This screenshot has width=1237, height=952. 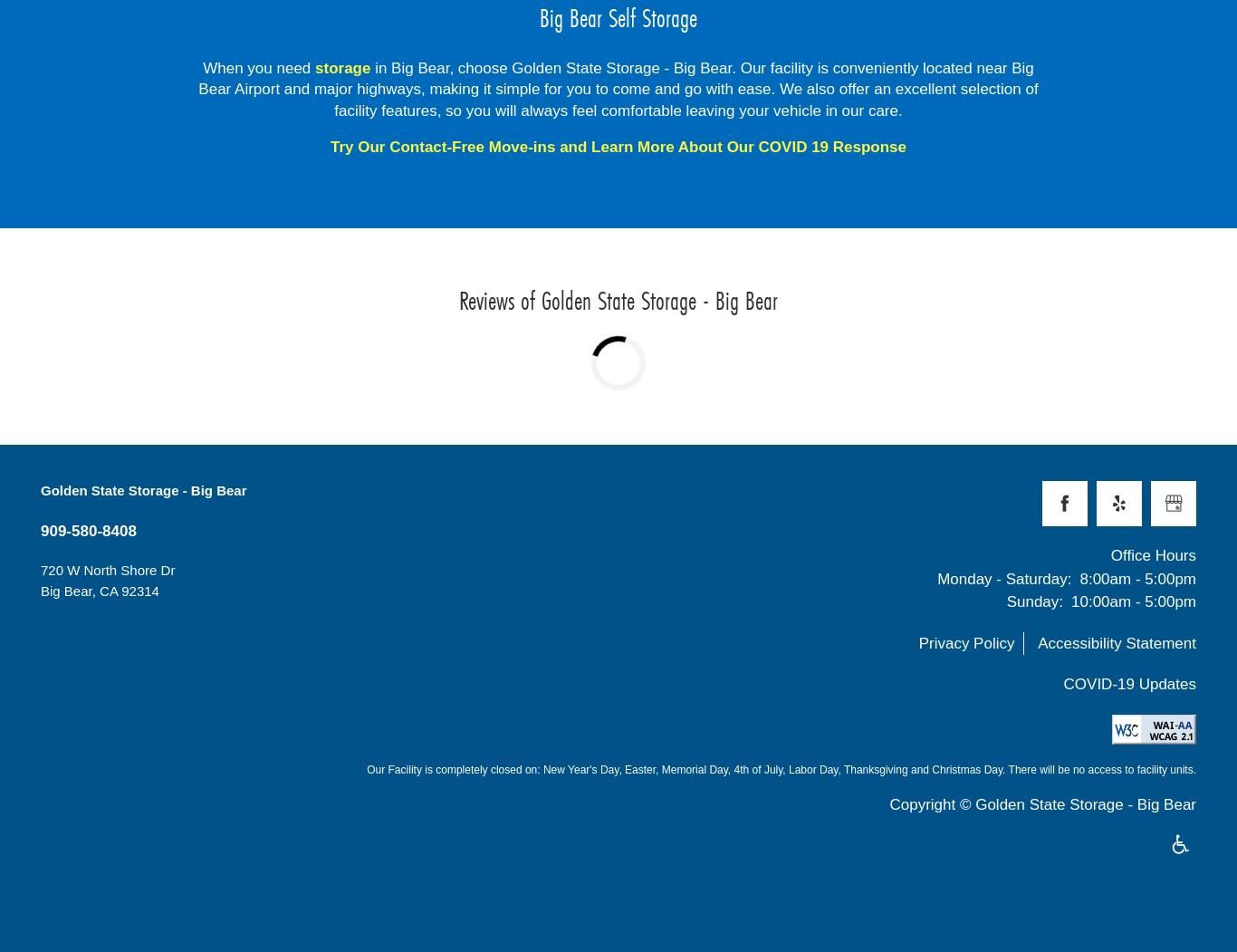 I want to click on '909-580-8408', so click(x=40, y=530).